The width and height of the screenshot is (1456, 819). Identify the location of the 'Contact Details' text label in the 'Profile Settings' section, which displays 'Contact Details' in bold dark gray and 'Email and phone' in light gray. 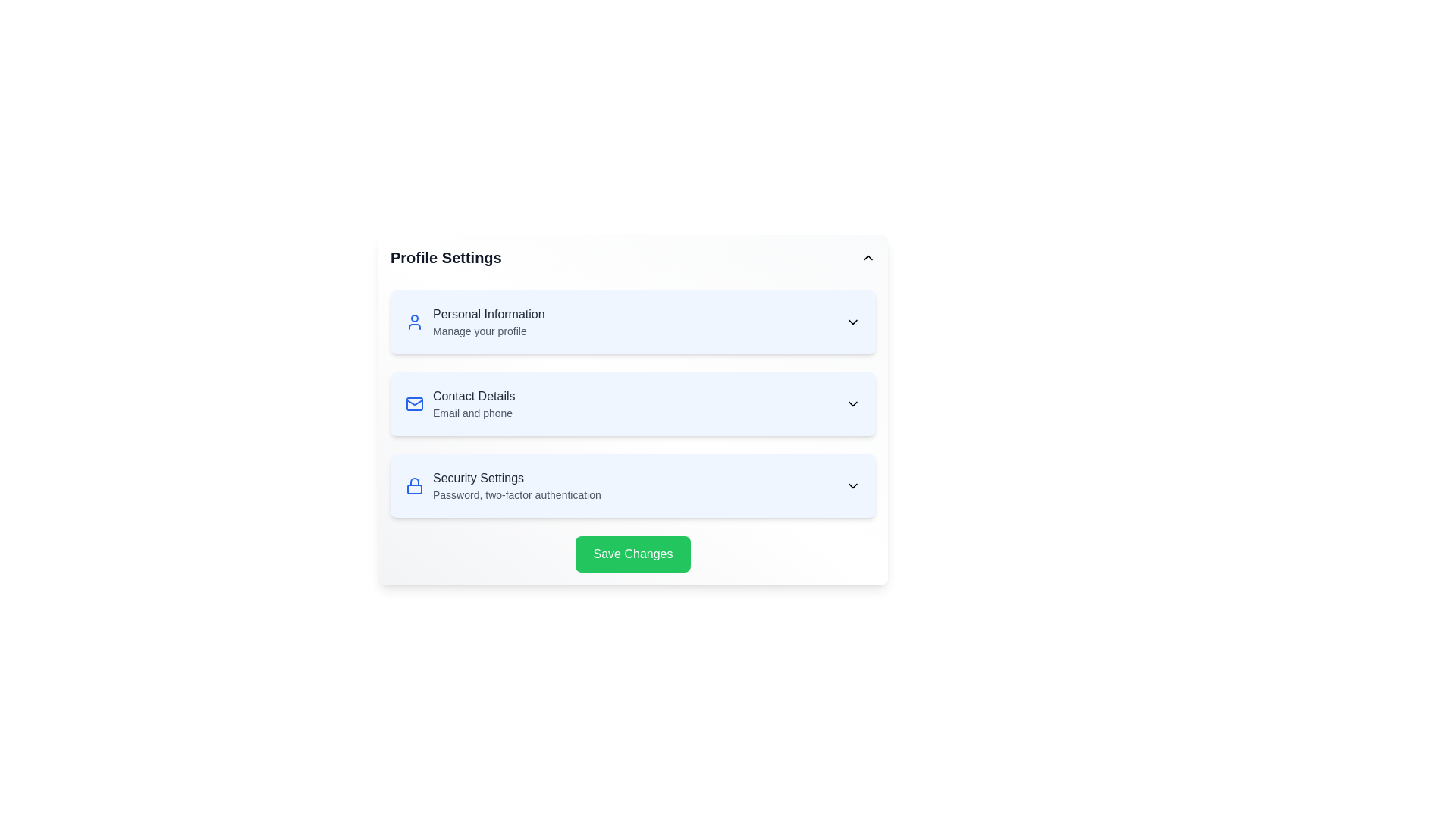
(473, 403).